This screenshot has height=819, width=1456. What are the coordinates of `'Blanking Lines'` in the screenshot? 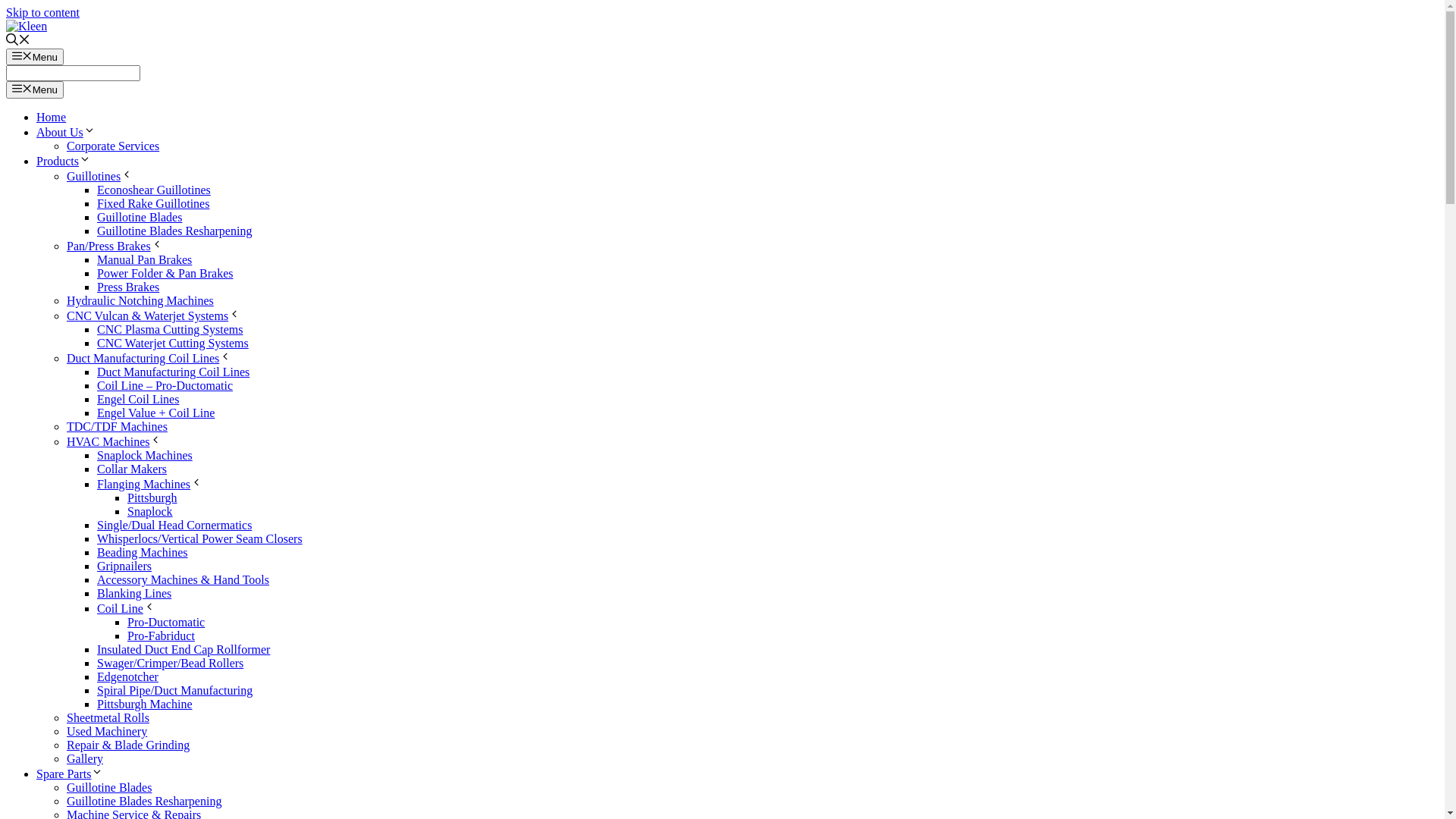 It's located at (134, 592).